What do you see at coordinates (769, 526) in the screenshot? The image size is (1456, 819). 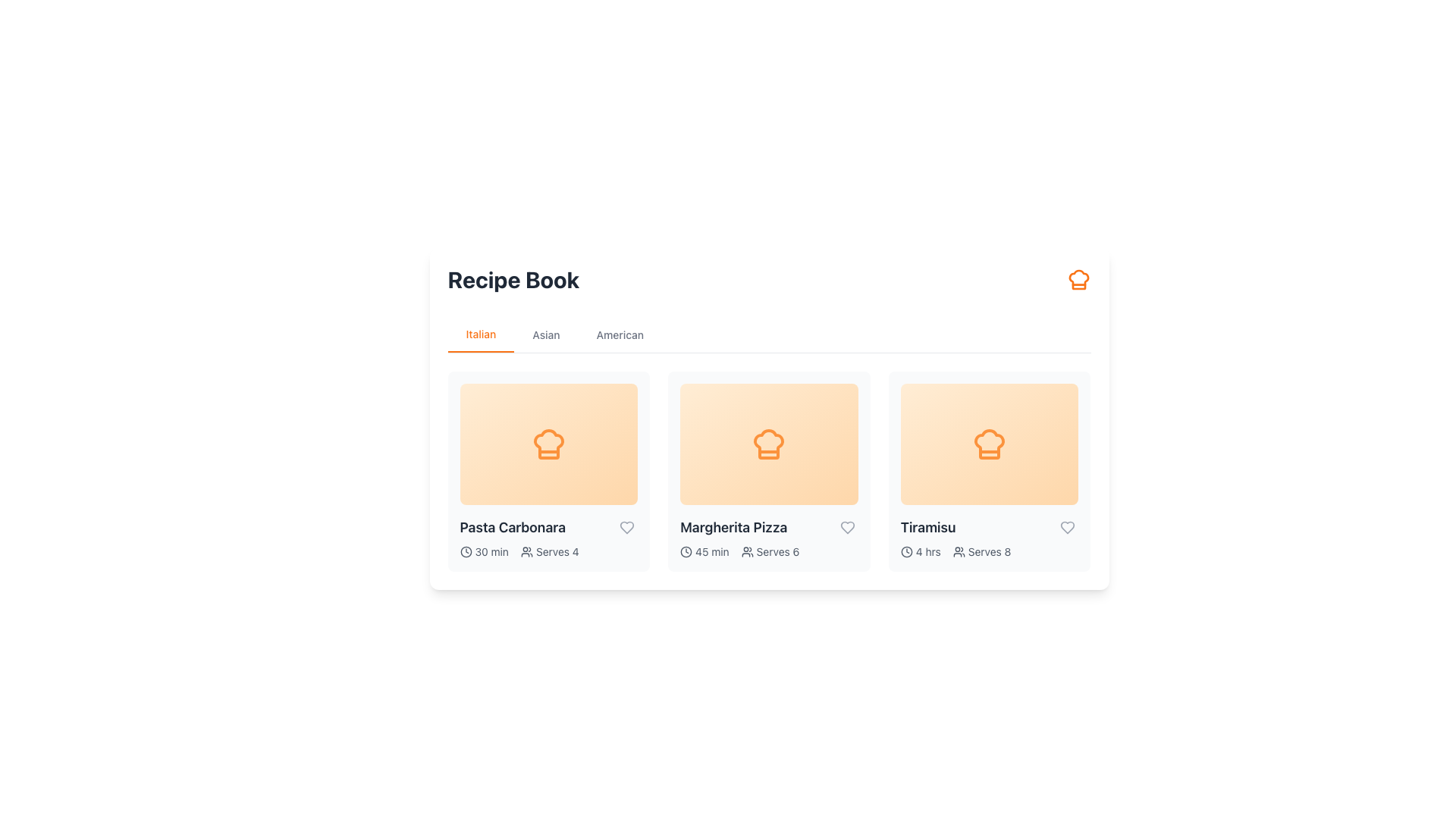 I see `the text label that serves as the title for the Margherita Pizza recipe card, located in the 'Recipe Book' section, positioned between the 'Pasta Carbonara' and 'Tiramisu' cards` at bounding box center [769, 526].